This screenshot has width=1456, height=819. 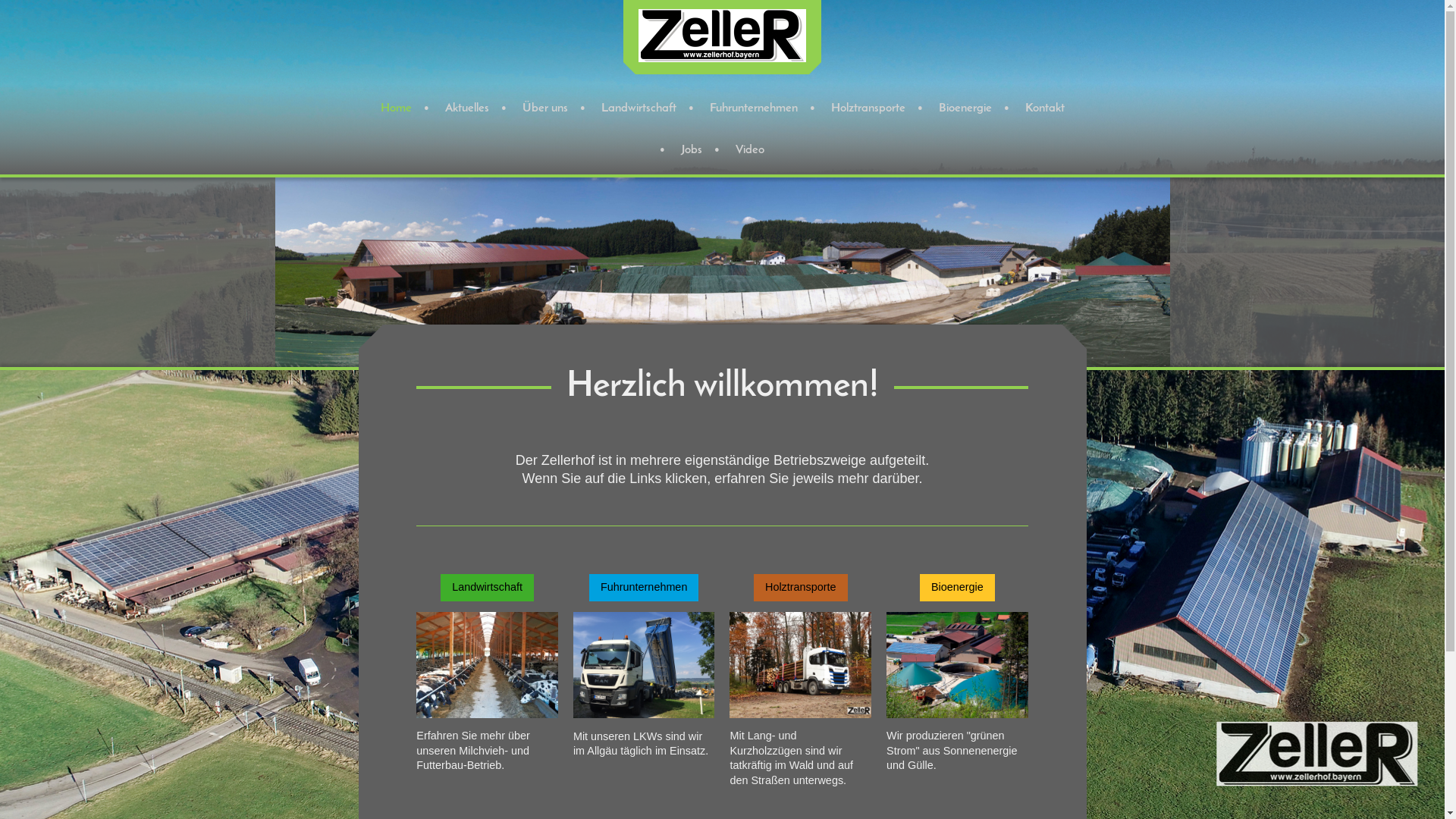 I want to click on 'Landwirtschaft', so click(x=487, y=586).